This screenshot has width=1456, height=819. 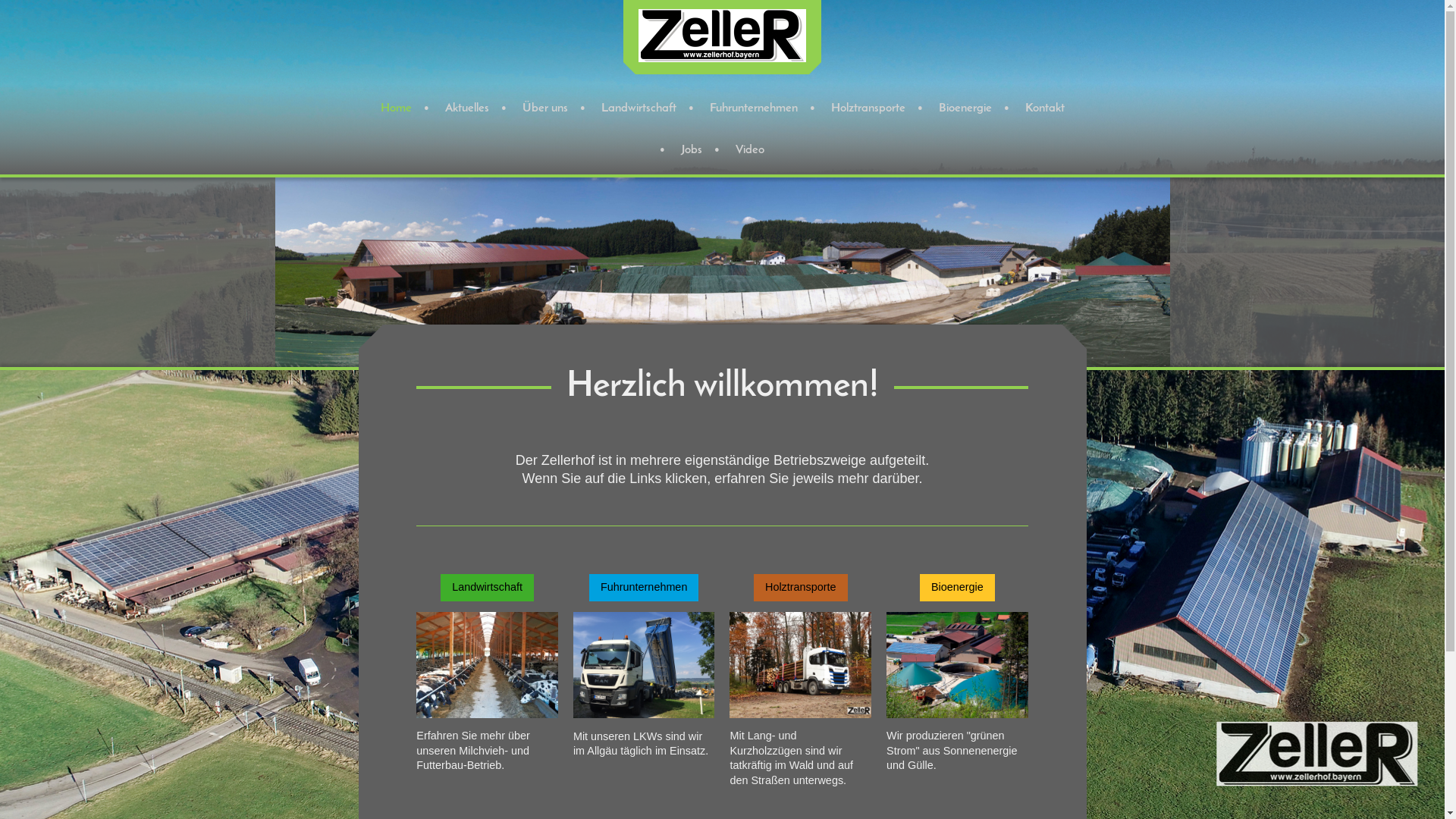 I want to click on 'Landwirtschaft', so click(x=487, y=586).